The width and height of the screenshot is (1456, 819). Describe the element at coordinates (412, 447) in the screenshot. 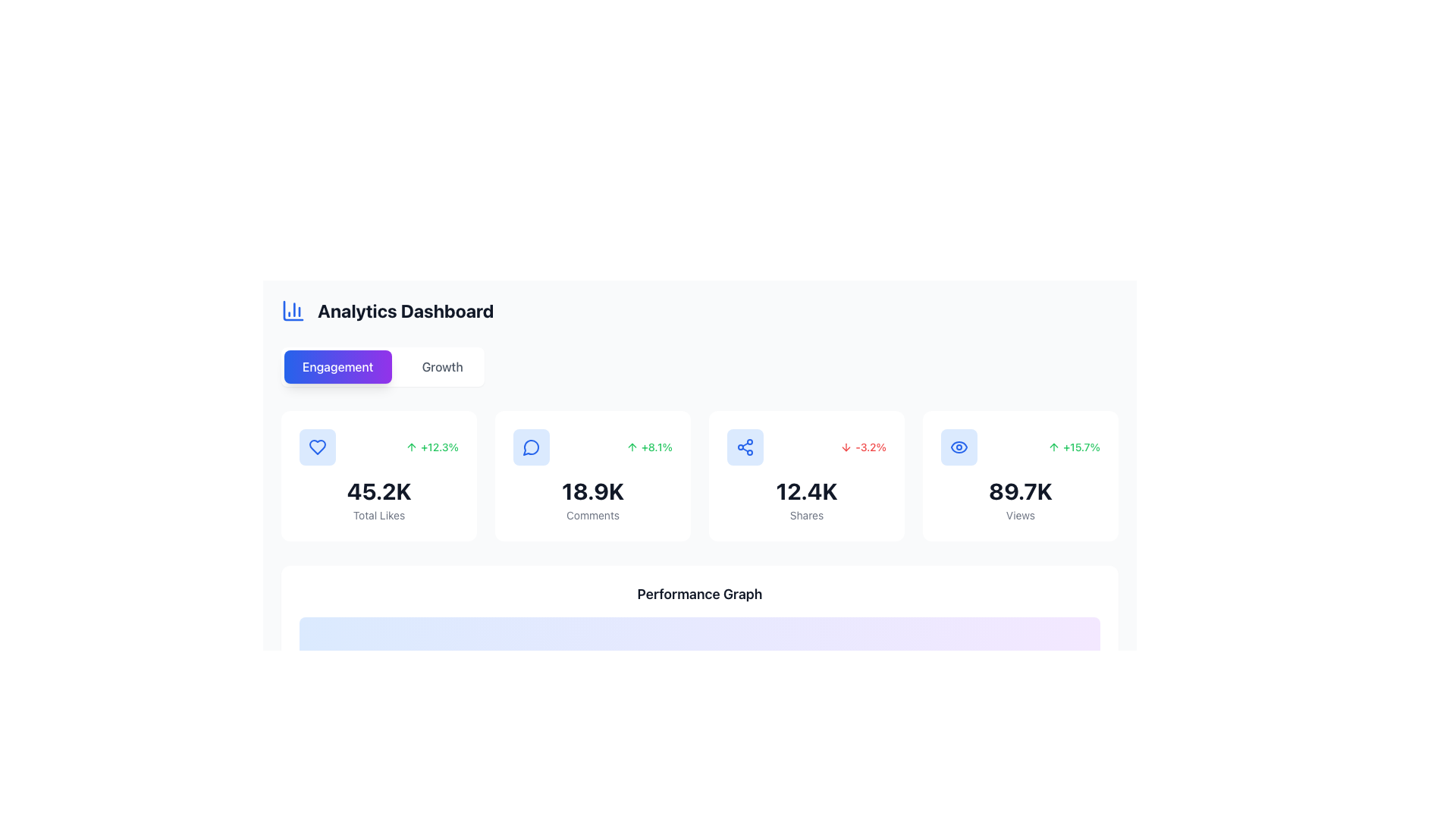

I see `the Icon (Arrow-Up)` at that location.